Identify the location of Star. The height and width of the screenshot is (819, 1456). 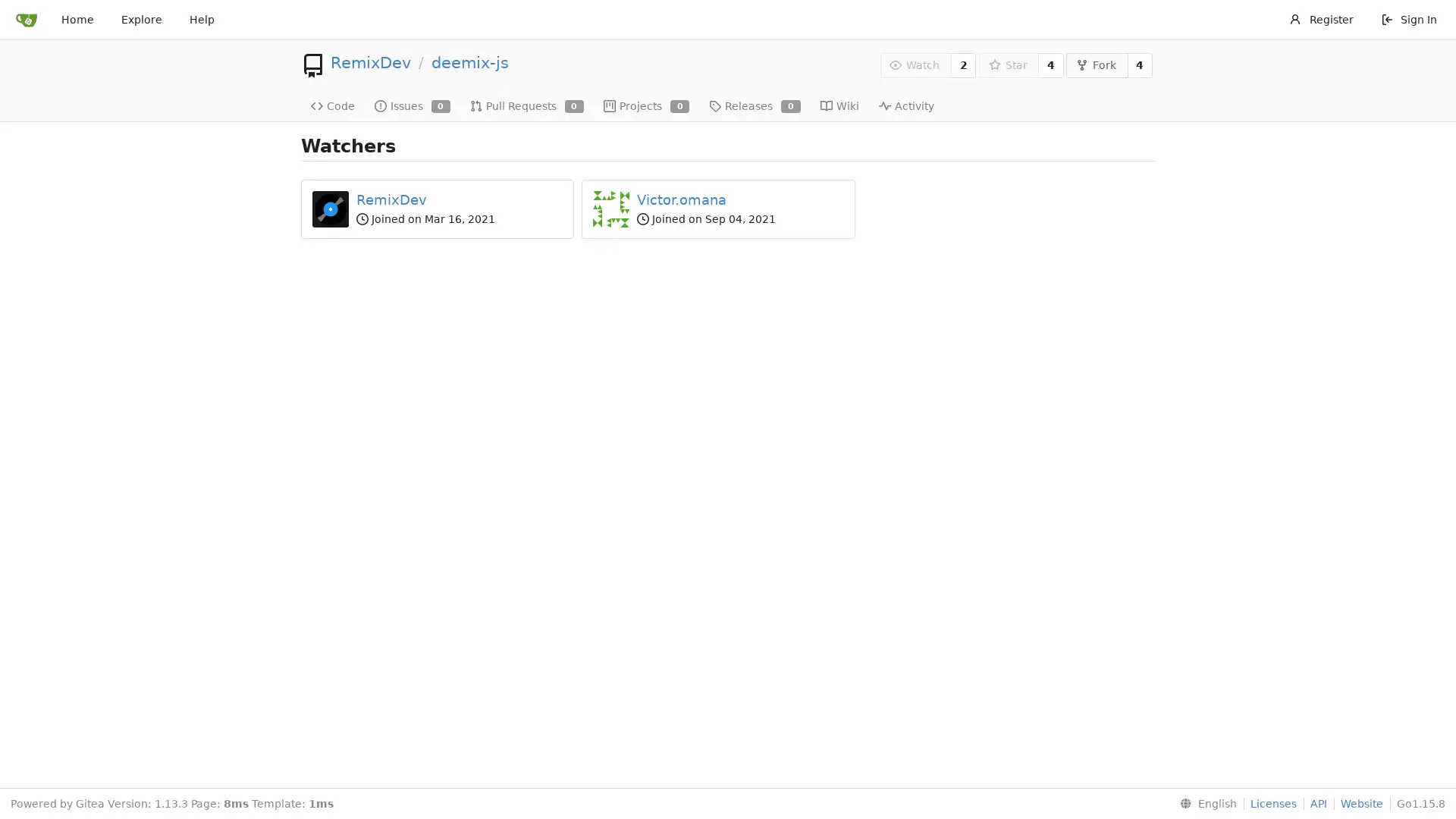
(1008, 64).